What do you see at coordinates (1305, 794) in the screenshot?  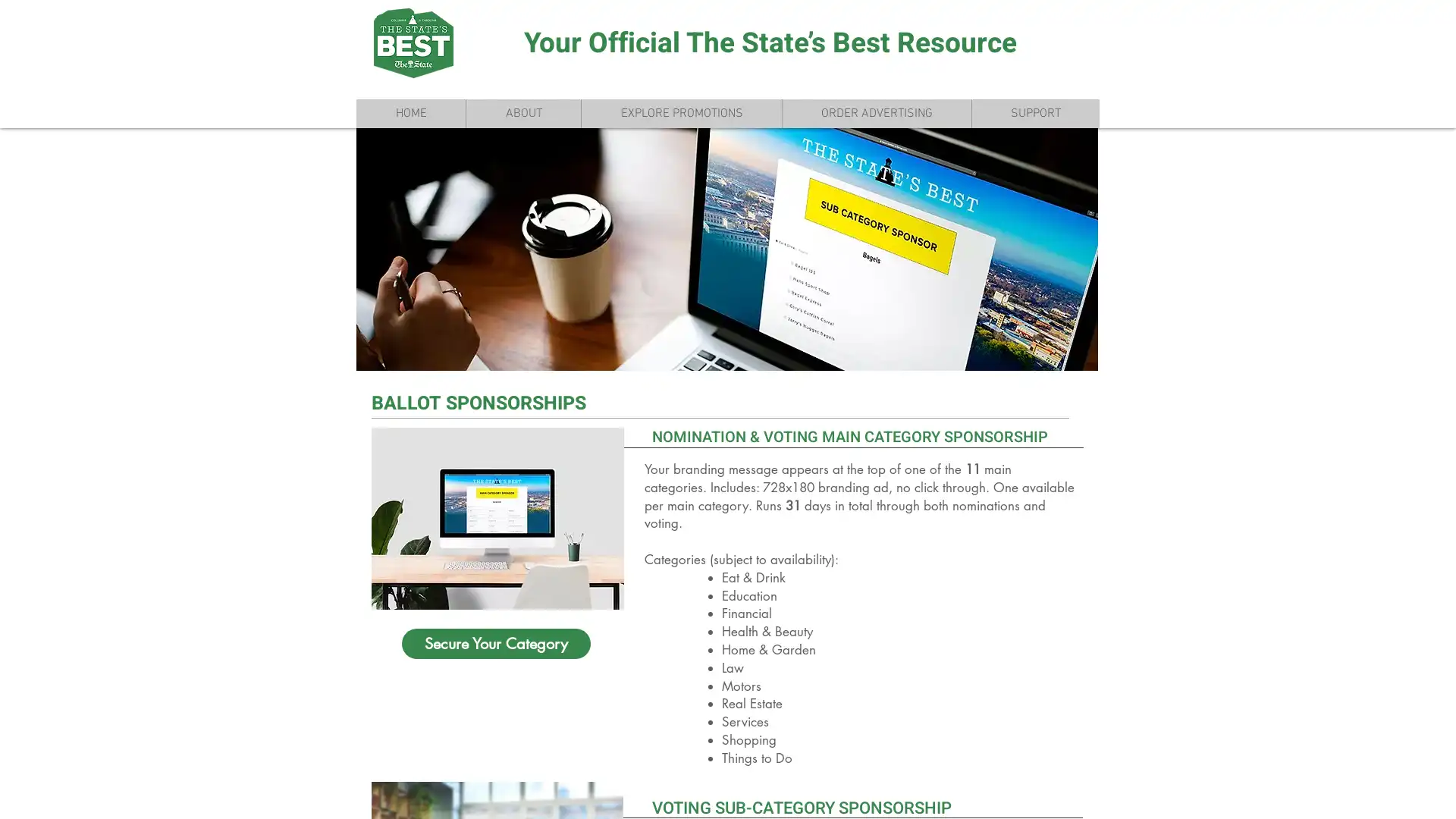 I see `Decline All` at bounding box center [1305, 794].